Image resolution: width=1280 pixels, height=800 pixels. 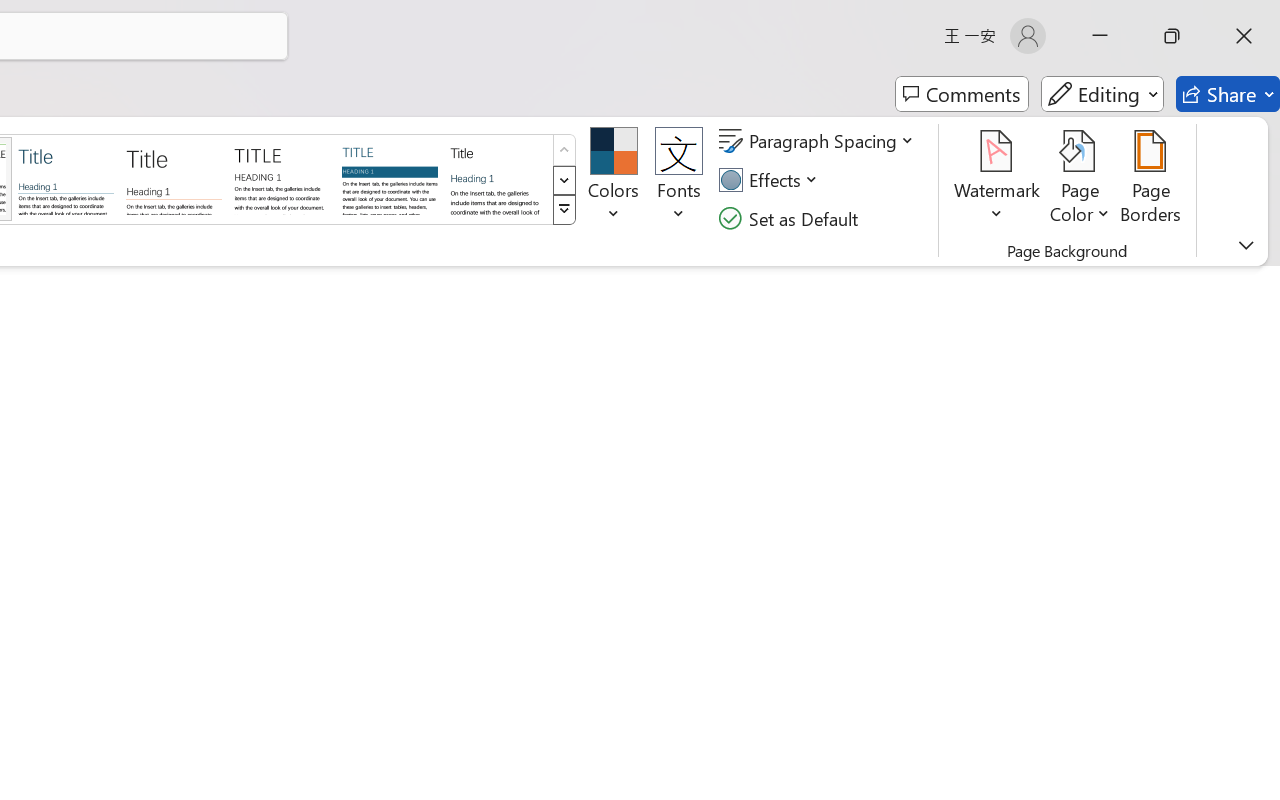 I want to click on 'Effects', so click(x=770, y=179).